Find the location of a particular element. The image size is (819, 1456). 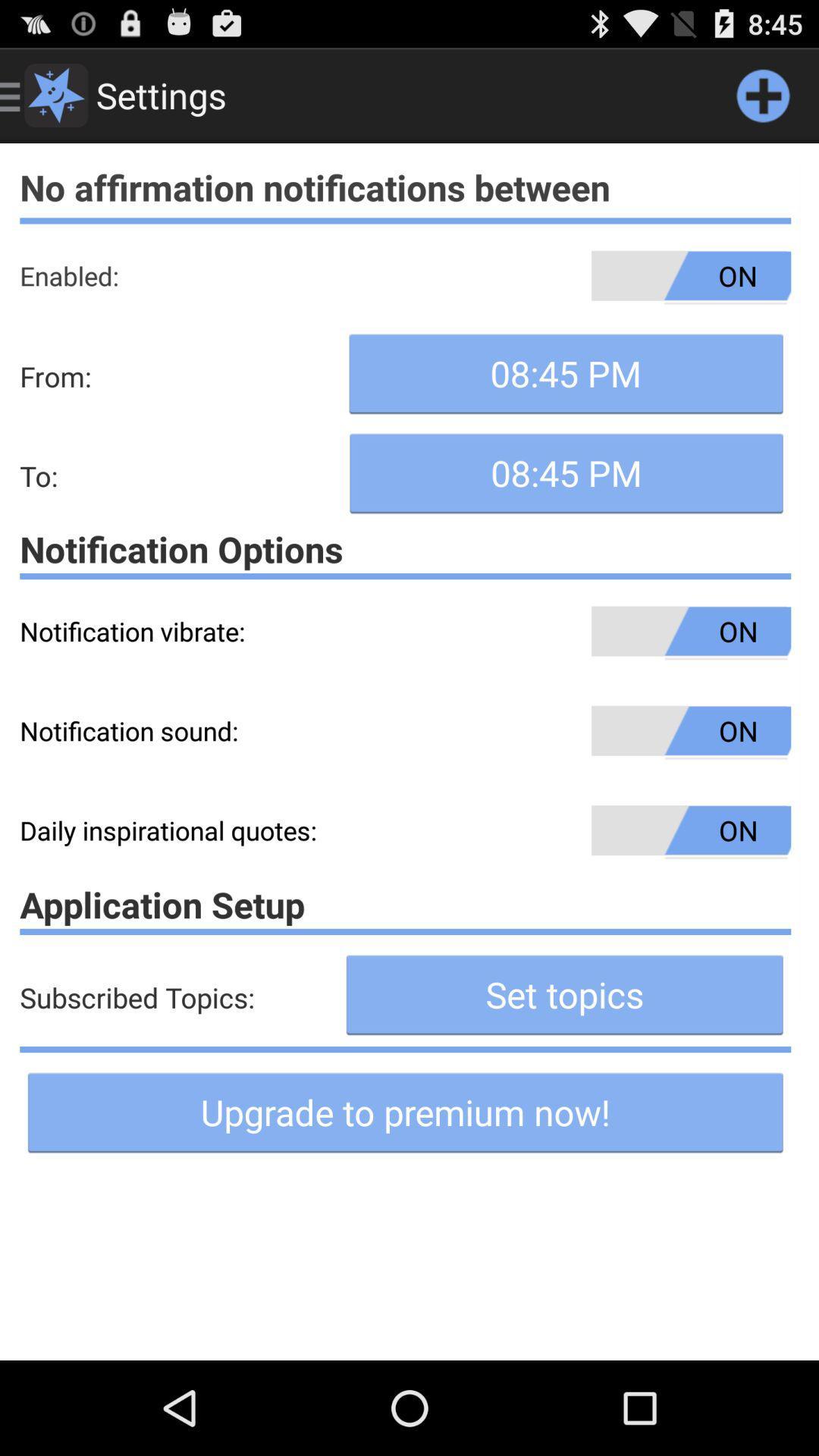

the text above the text subscribed topics is located at coordinates (404, 905).